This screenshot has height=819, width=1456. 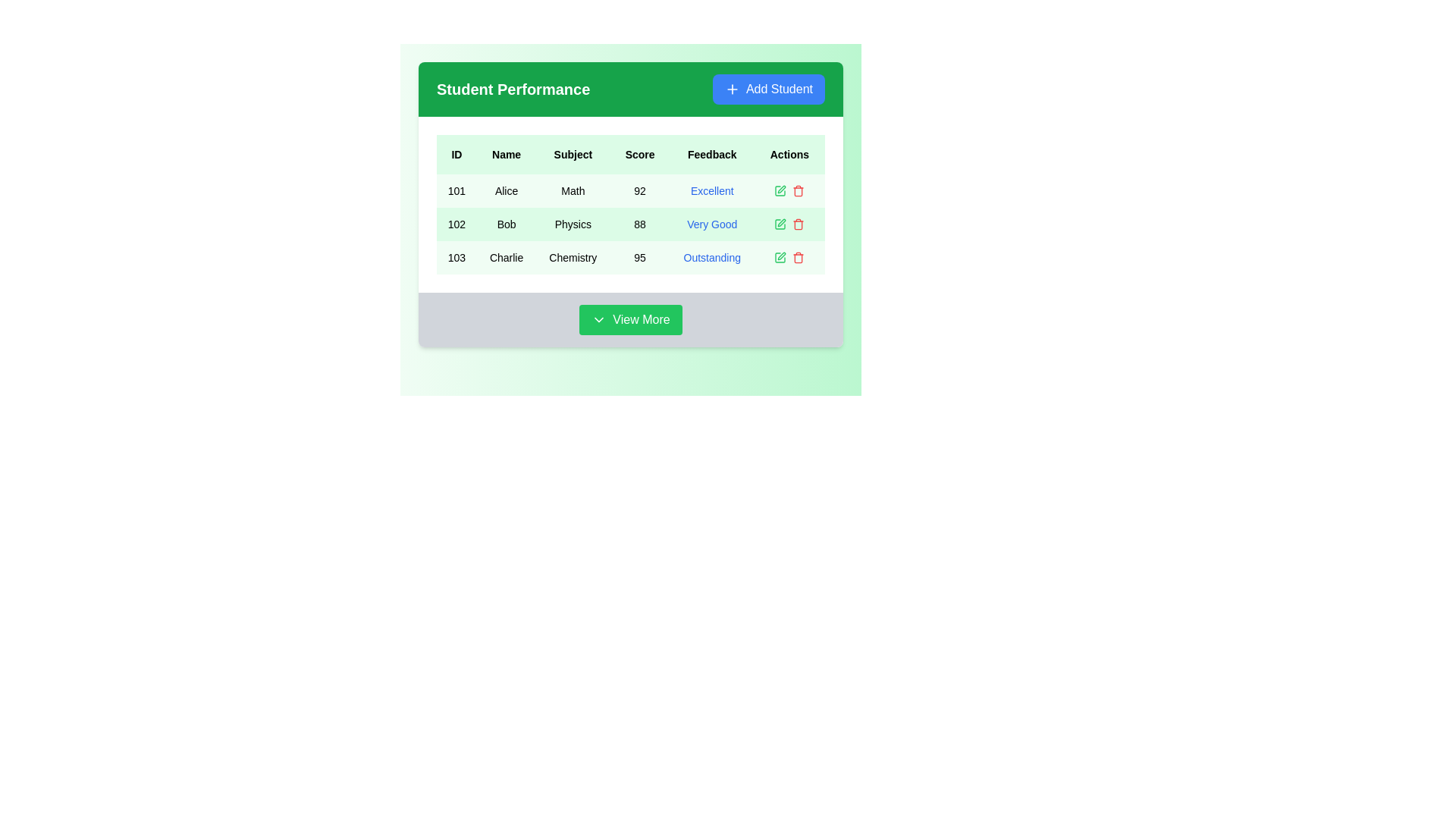 I want to click on text element displaying 'Very Good' in blue color, which signifies feedback in the table labeled 'Student Performance' for the record with ID '102', so click(x=711, y=224).